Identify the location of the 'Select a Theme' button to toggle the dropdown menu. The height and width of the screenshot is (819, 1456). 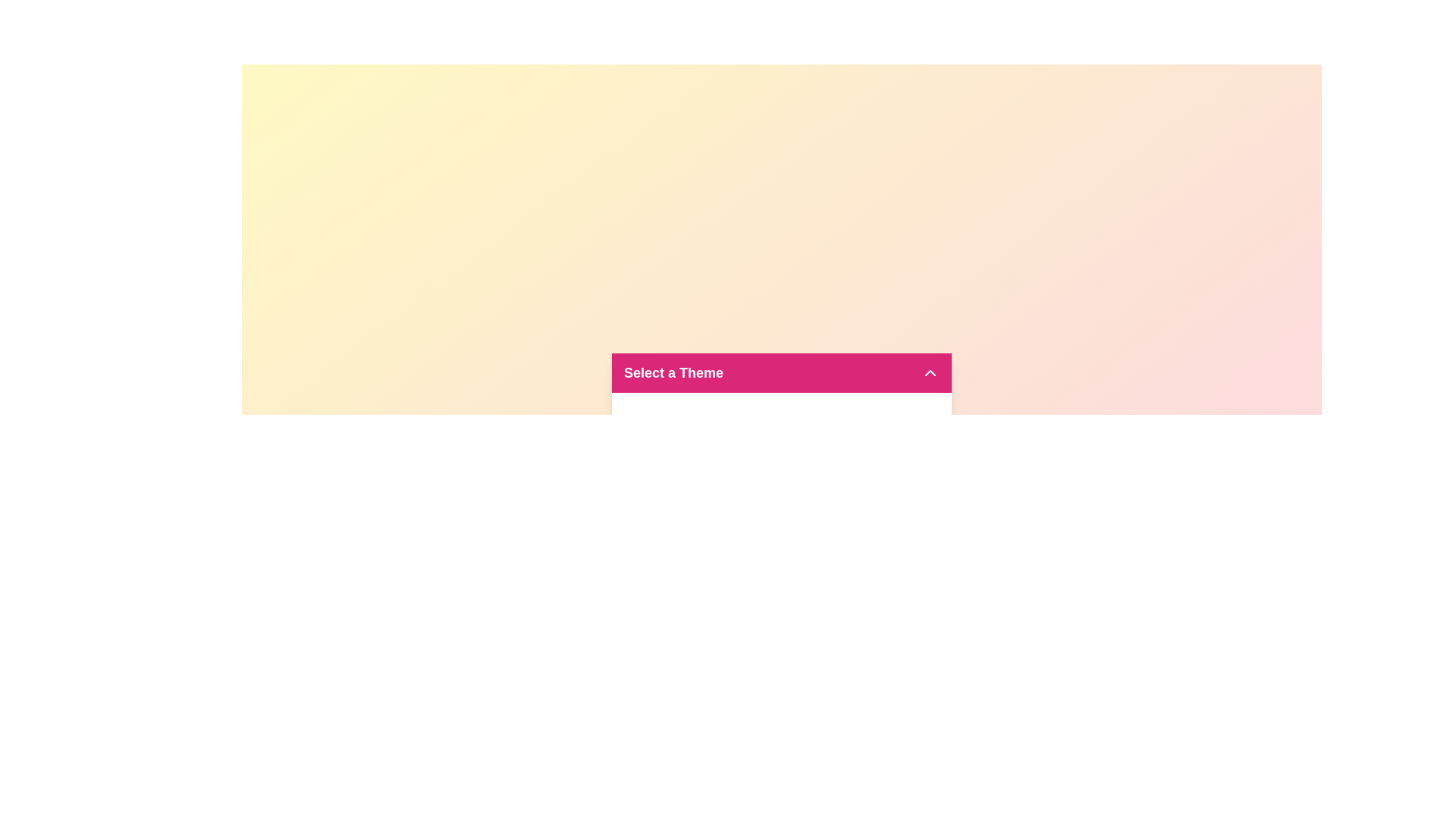
(782, 373).